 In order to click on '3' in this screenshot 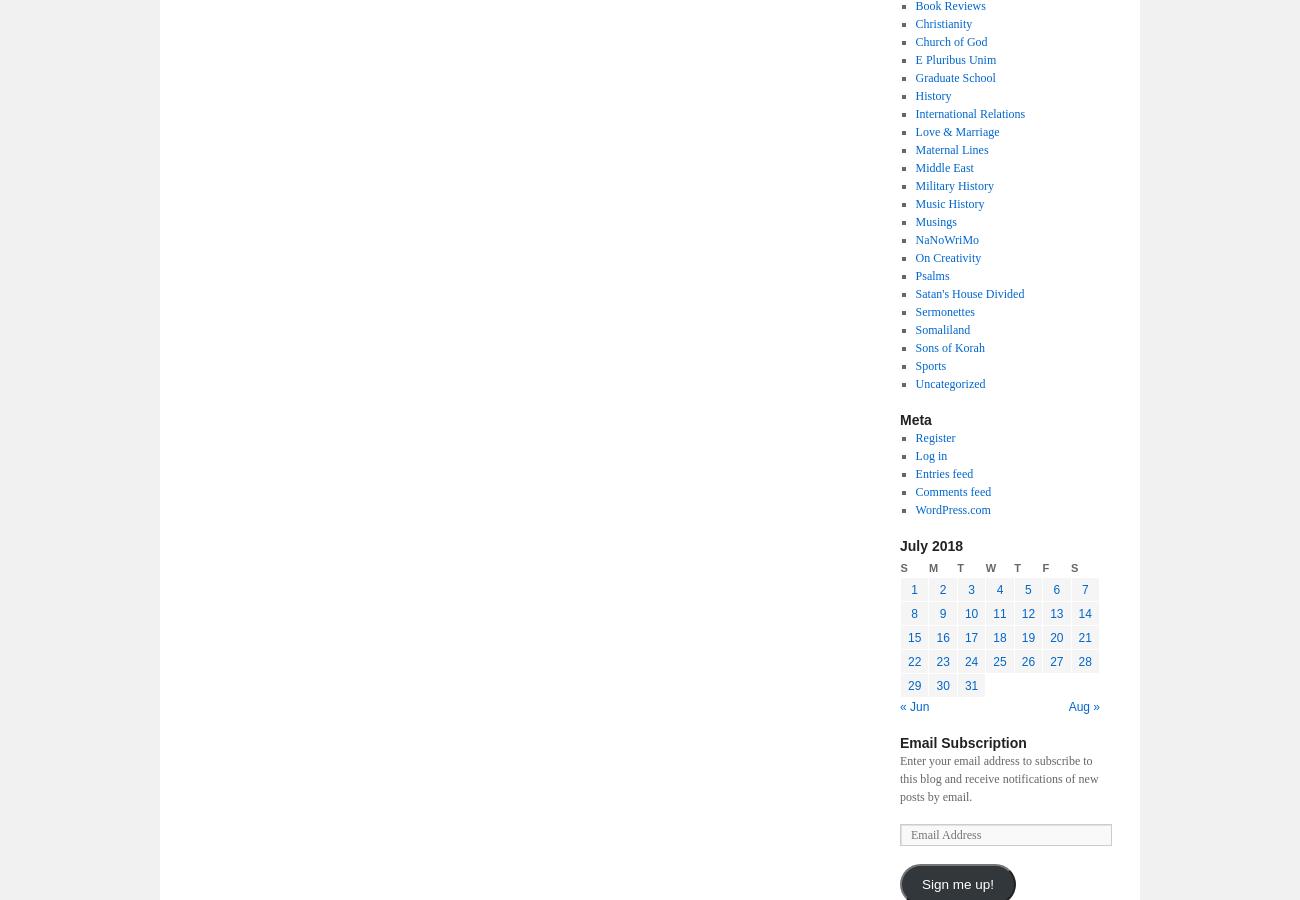, I will do `click(970, 590)`.